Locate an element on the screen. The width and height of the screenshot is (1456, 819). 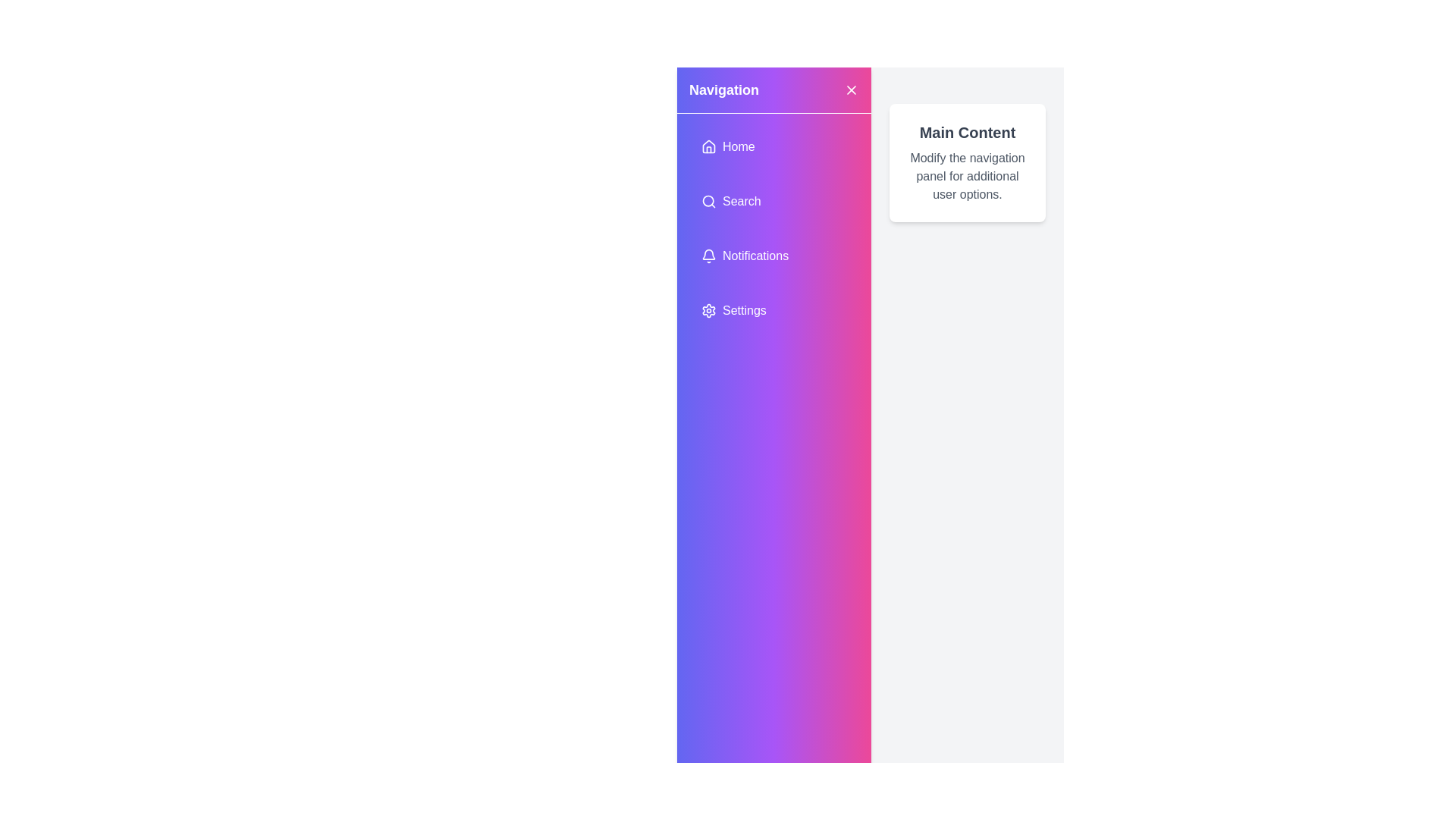
information presented in the Content block element titled 'Main Content' with description text below it is located at coordinates (967, 163).